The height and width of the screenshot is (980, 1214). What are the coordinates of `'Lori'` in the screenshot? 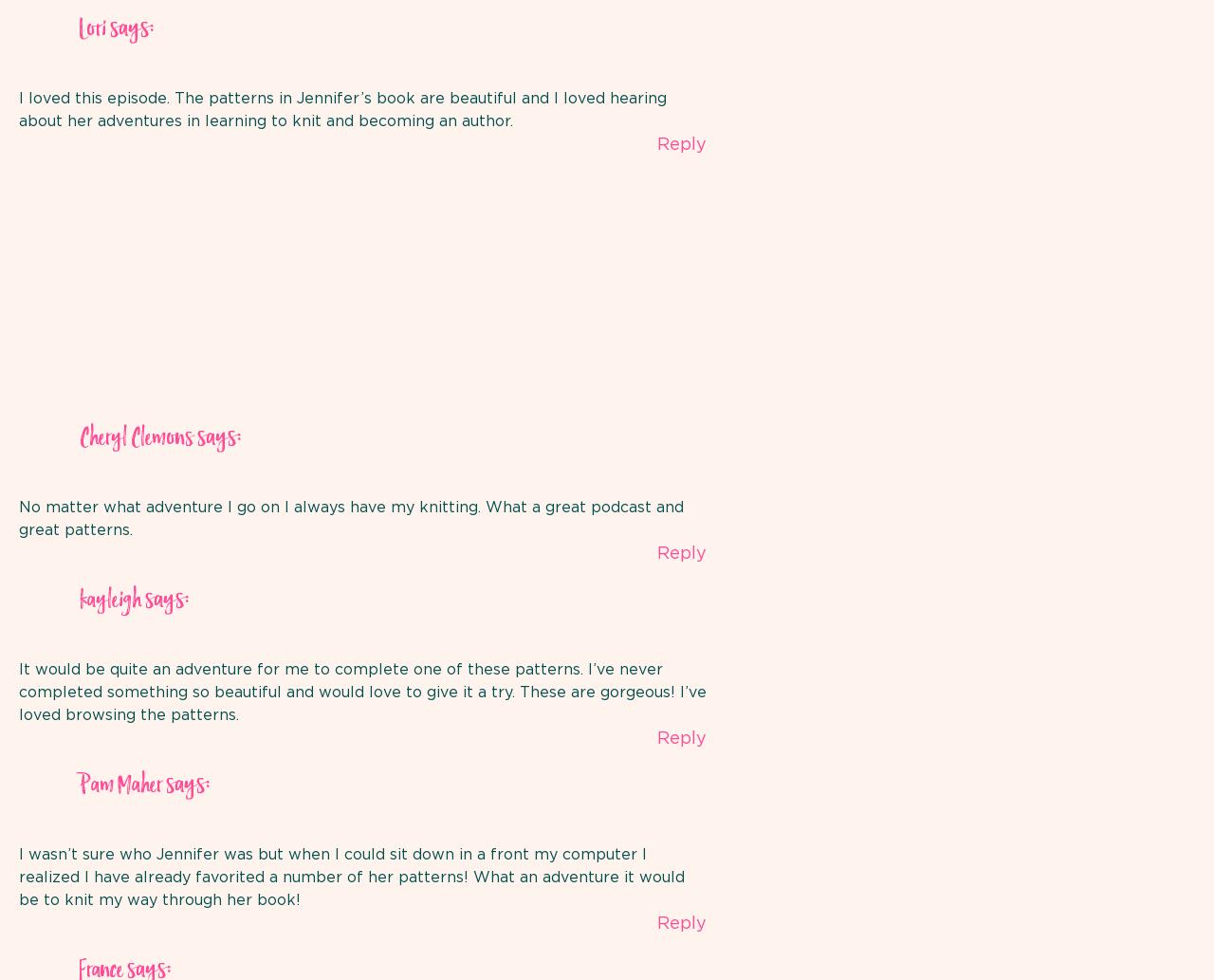 It's located at (92, 29).